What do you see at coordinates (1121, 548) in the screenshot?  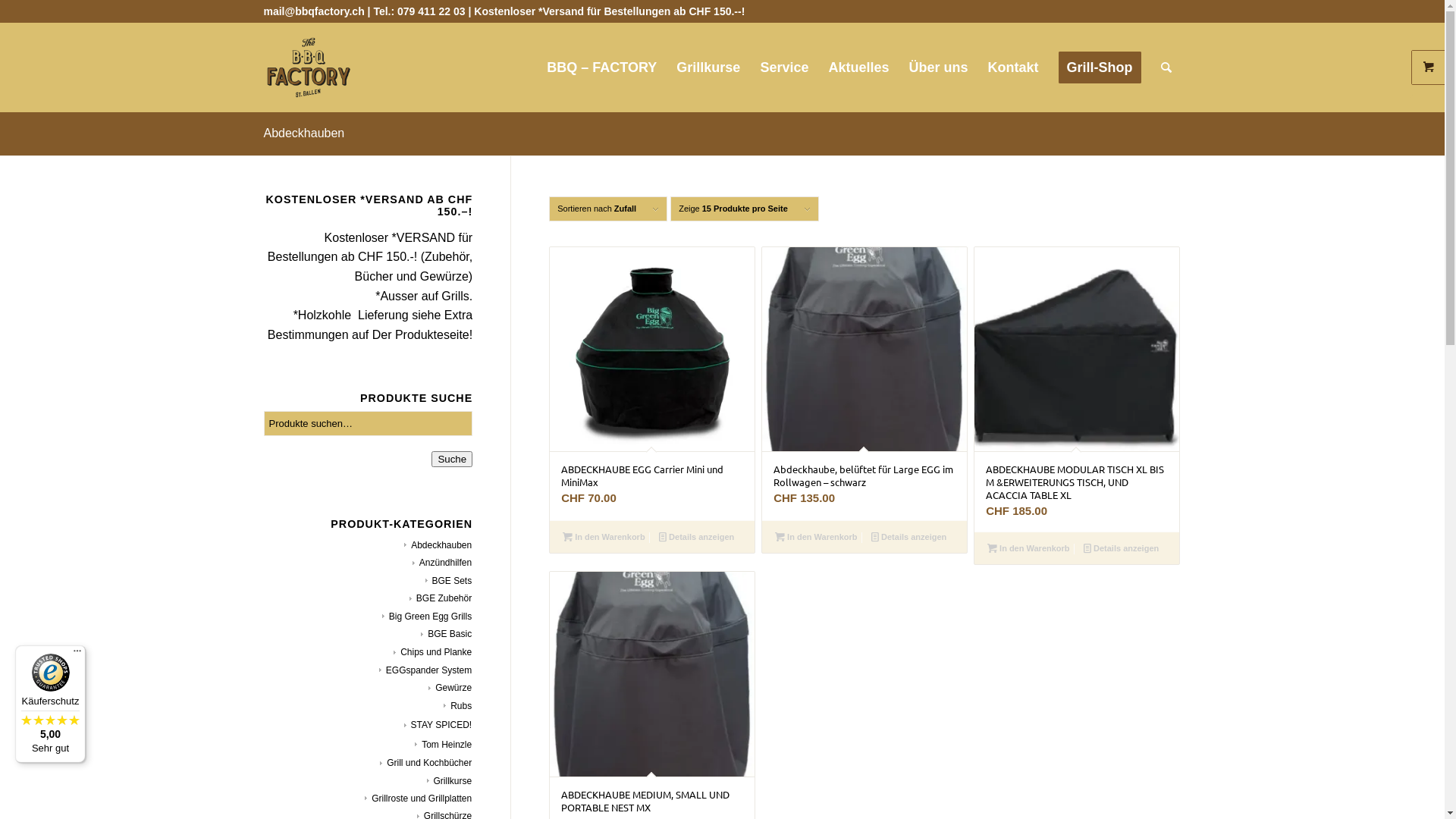 I see `'Details anzeigen'` at bounding box center [1121, 548].